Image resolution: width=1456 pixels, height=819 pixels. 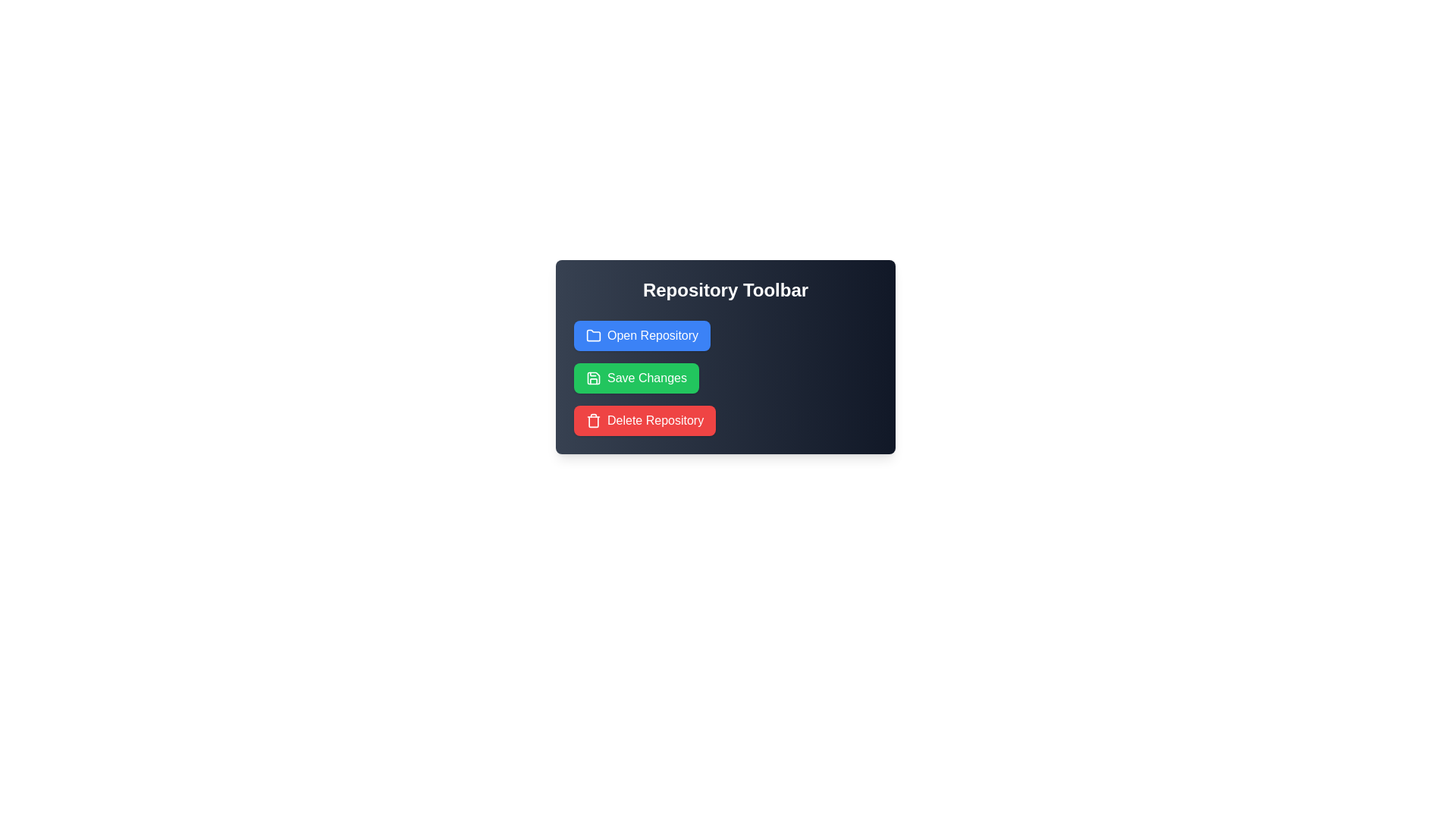 What do you see at coordinates (724, 290) in the screenshot?
I see `the 'Repository Toolbar' text label, which is a bold and large white font heading against a dark gradient background, positioned centrally at the top of its section` at bounding box center [724, 290].